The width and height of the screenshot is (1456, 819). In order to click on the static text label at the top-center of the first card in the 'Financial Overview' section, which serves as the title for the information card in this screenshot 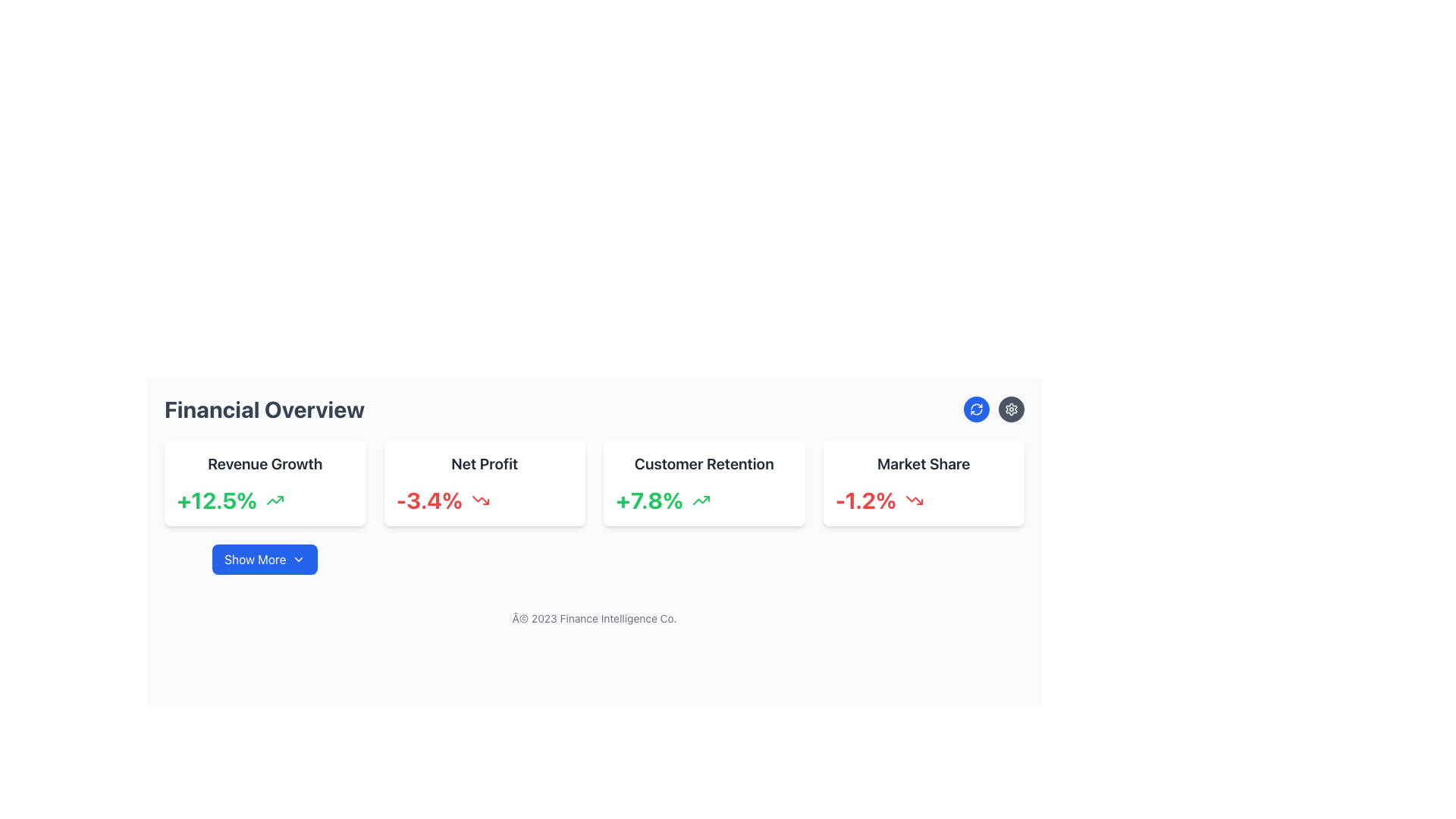, I will do `click(265, 463)`.